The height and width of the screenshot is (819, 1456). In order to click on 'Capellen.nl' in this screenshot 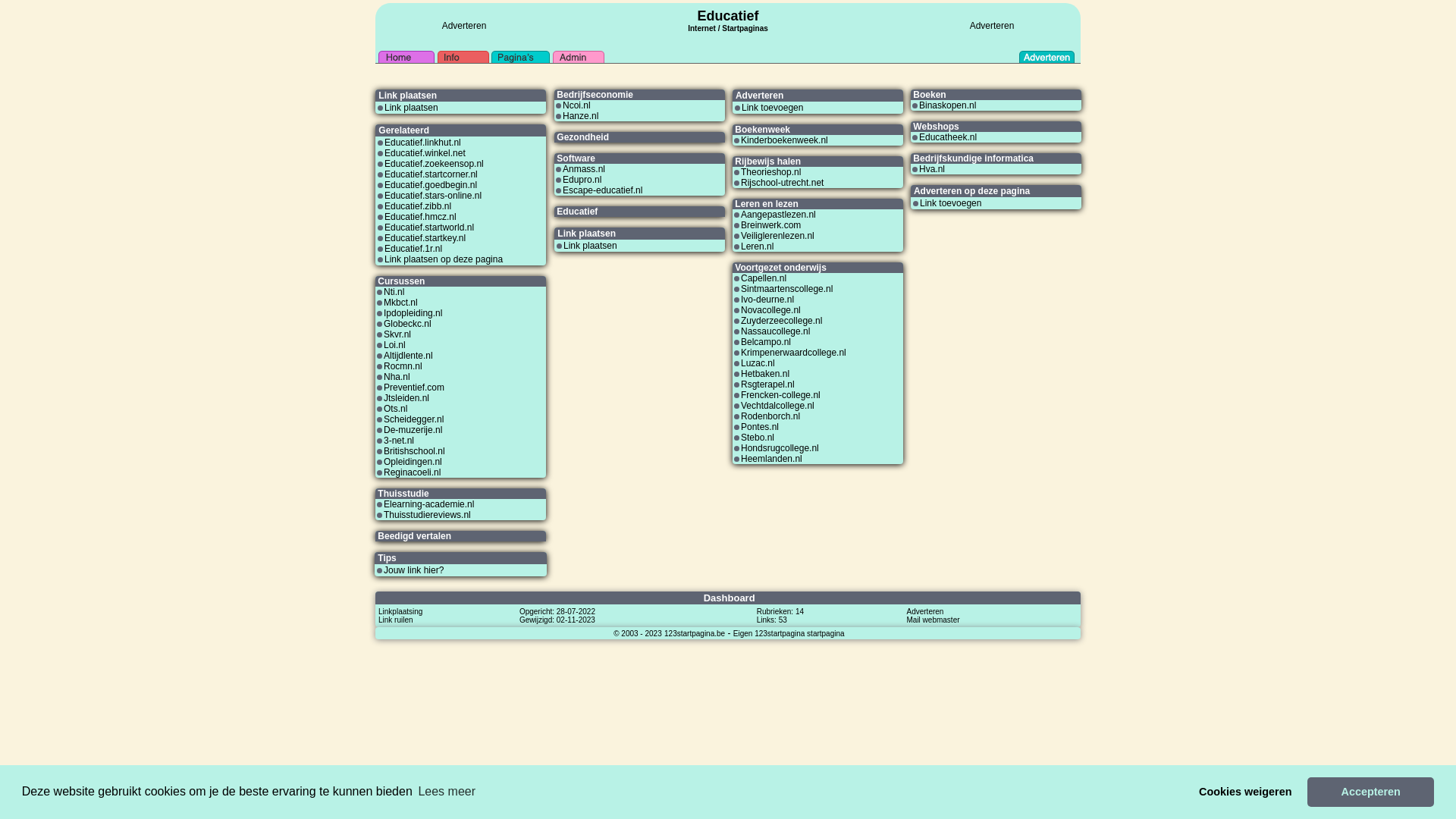, I will do `click(764, 278)`.